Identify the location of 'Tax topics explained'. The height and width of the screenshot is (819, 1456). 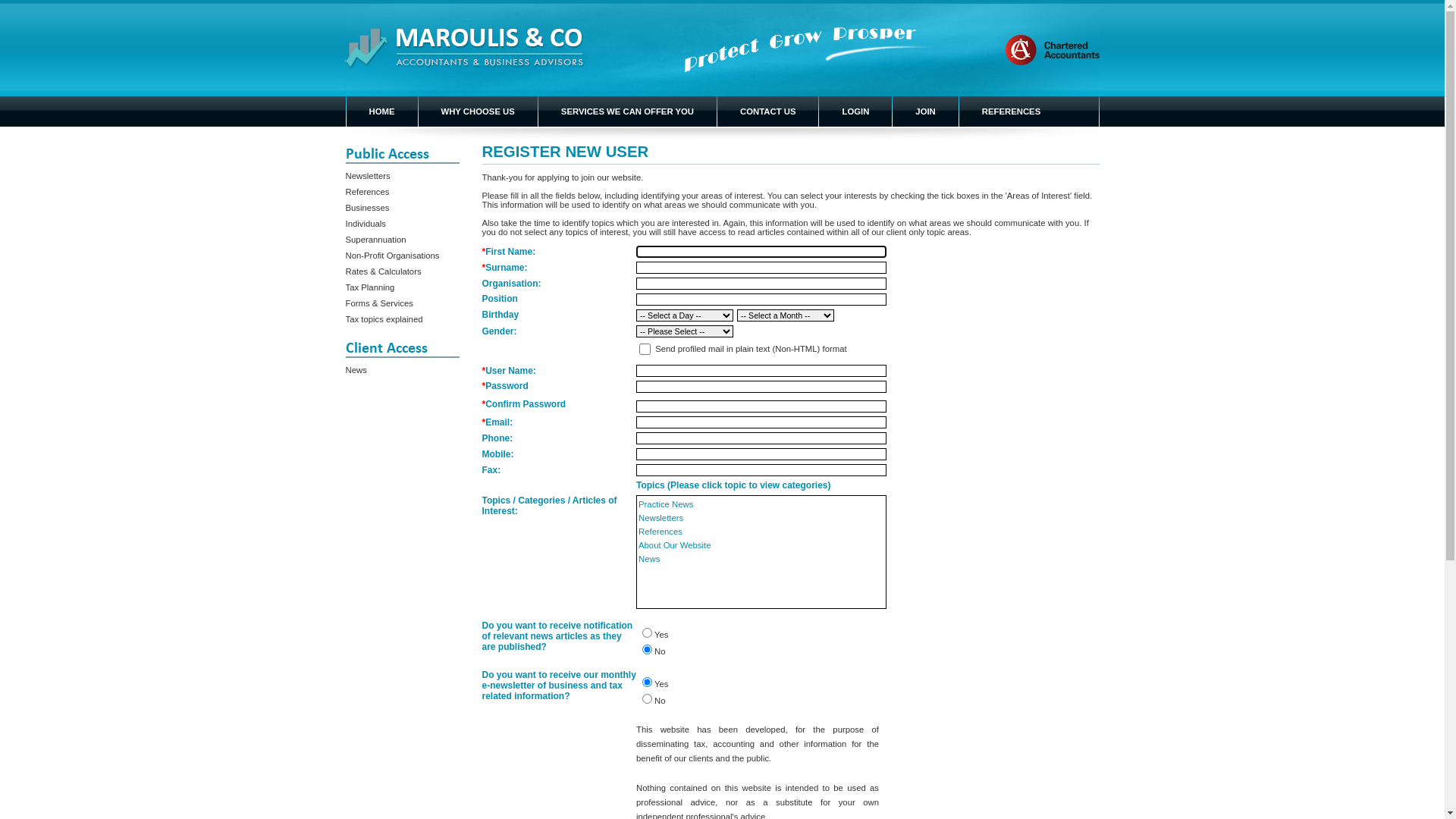
(345, 318).